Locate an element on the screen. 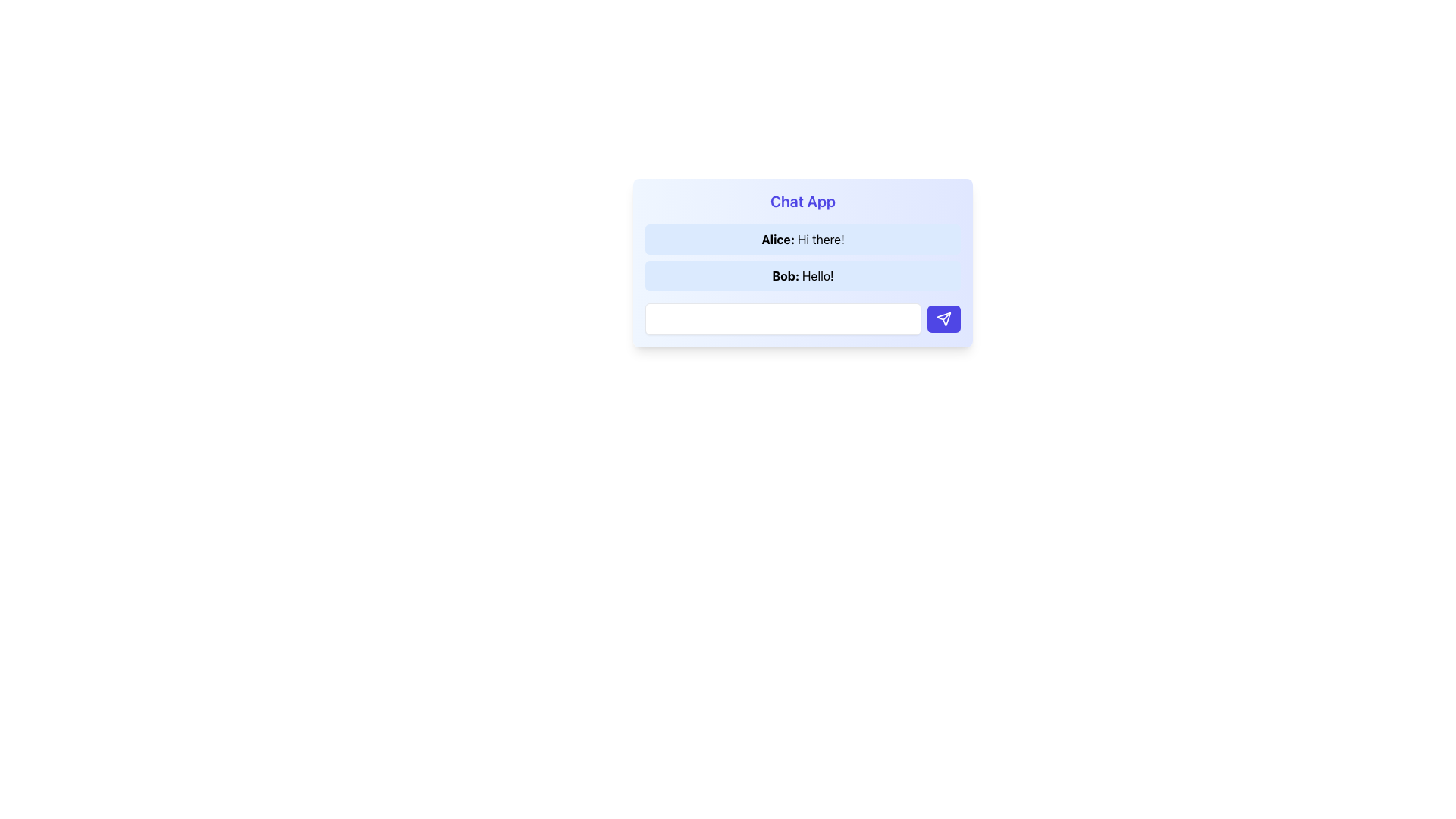  the purple button with rounded corners and a paper plane icon to send the input is located at coordinates (943, 318).